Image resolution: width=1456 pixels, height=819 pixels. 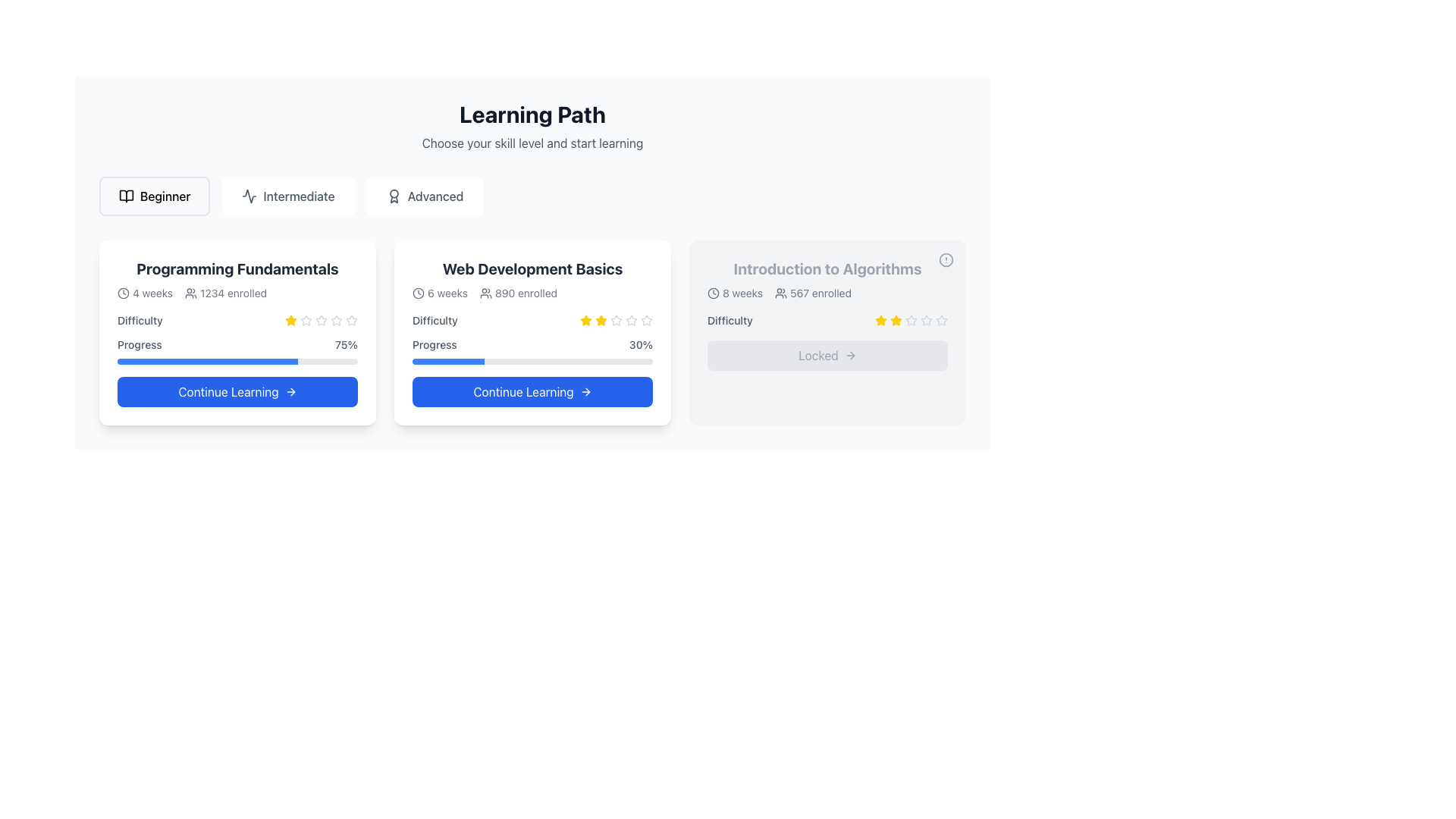 I want to click on the static text label displaying '4 weeks' in grey font color, located next to the clock icon and above the '1234 enrolled' label within the 'Programming Fundamentals' course card, so click(x=152, y=293).